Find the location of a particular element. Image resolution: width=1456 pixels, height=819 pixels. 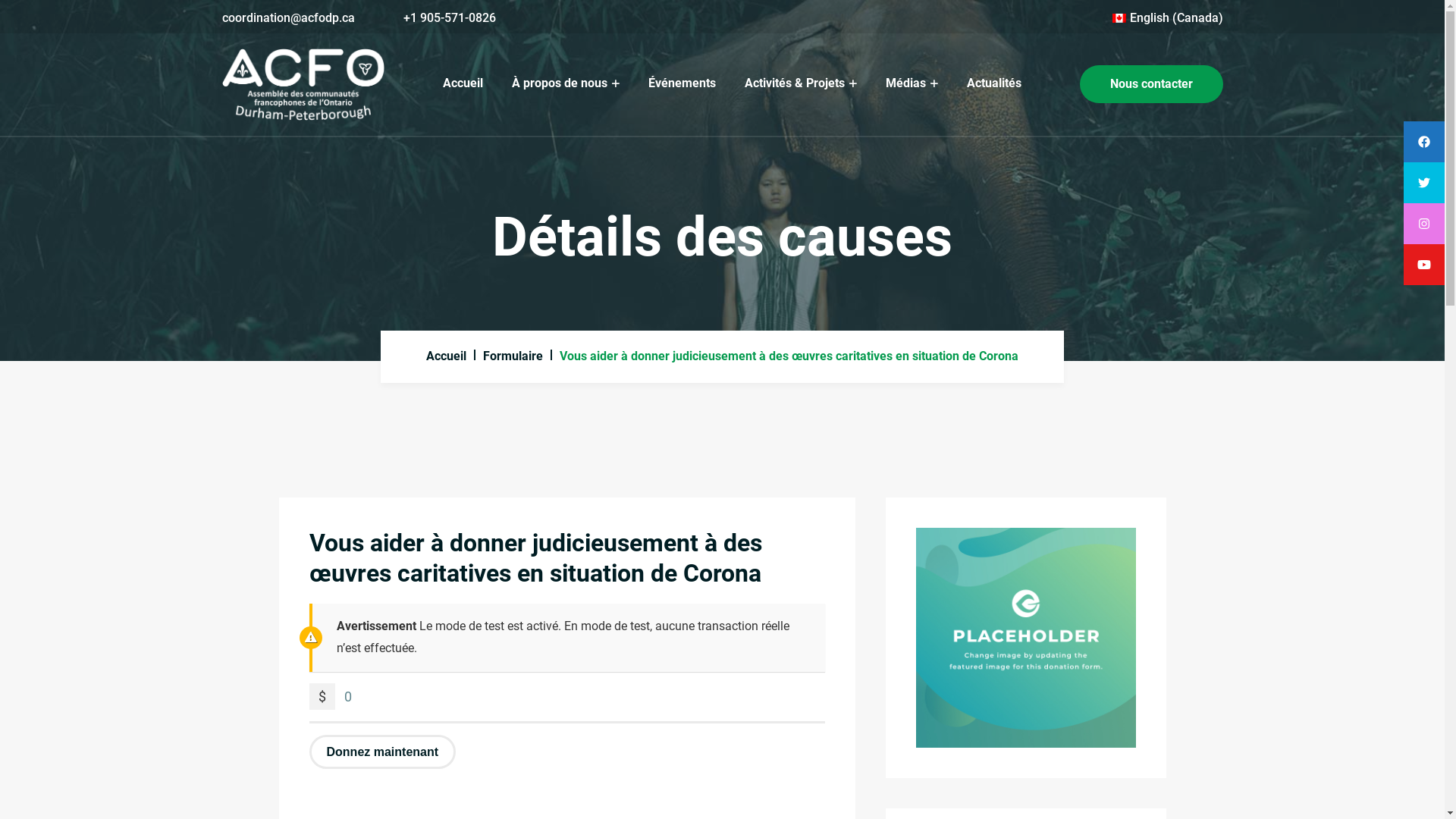

'coordination@acfodp.ca' is located at coordinates (287, 17).